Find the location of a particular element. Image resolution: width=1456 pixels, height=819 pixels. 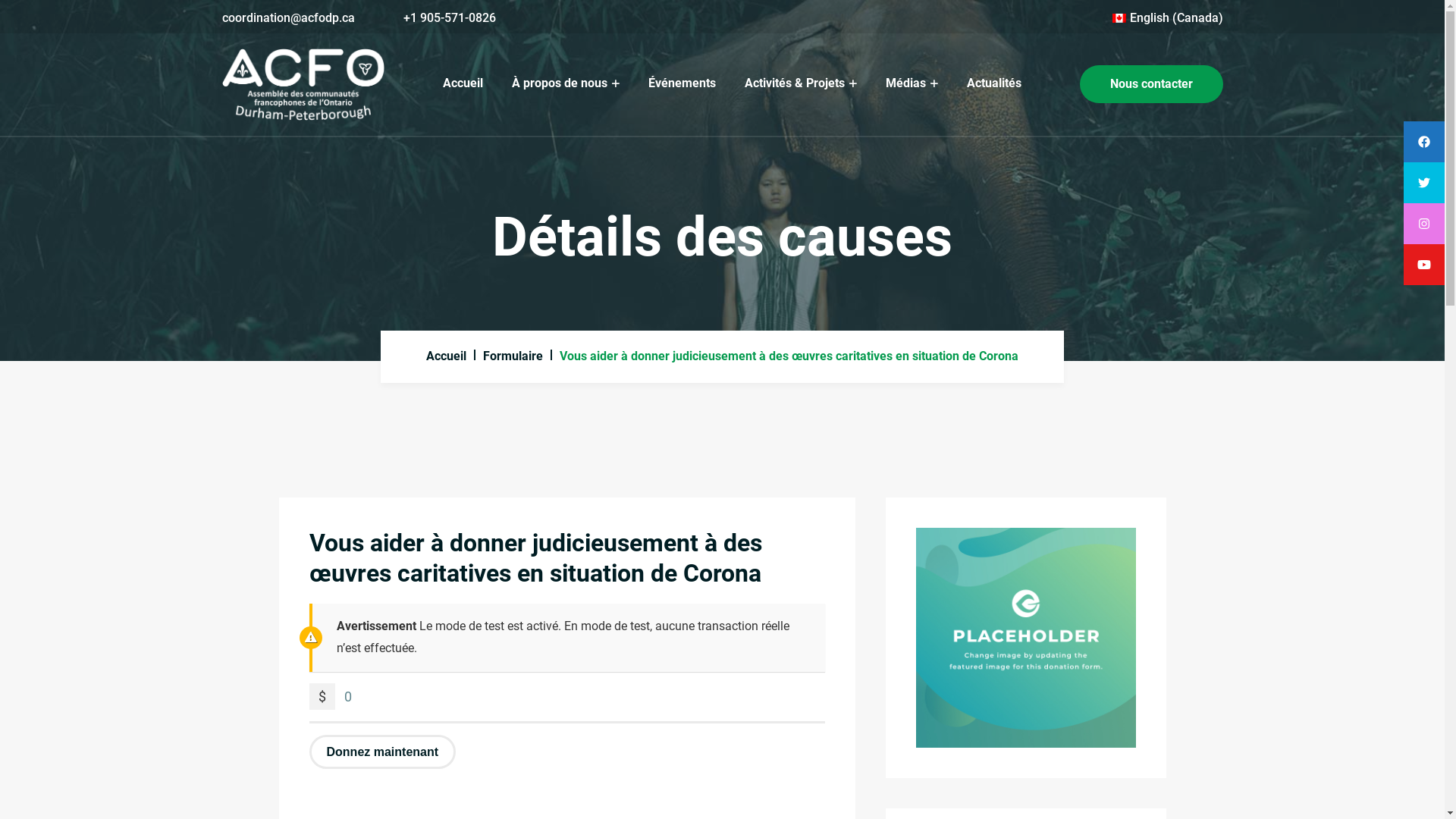

'coordination@acfodp.ca' is located at coordinates (287, 17).